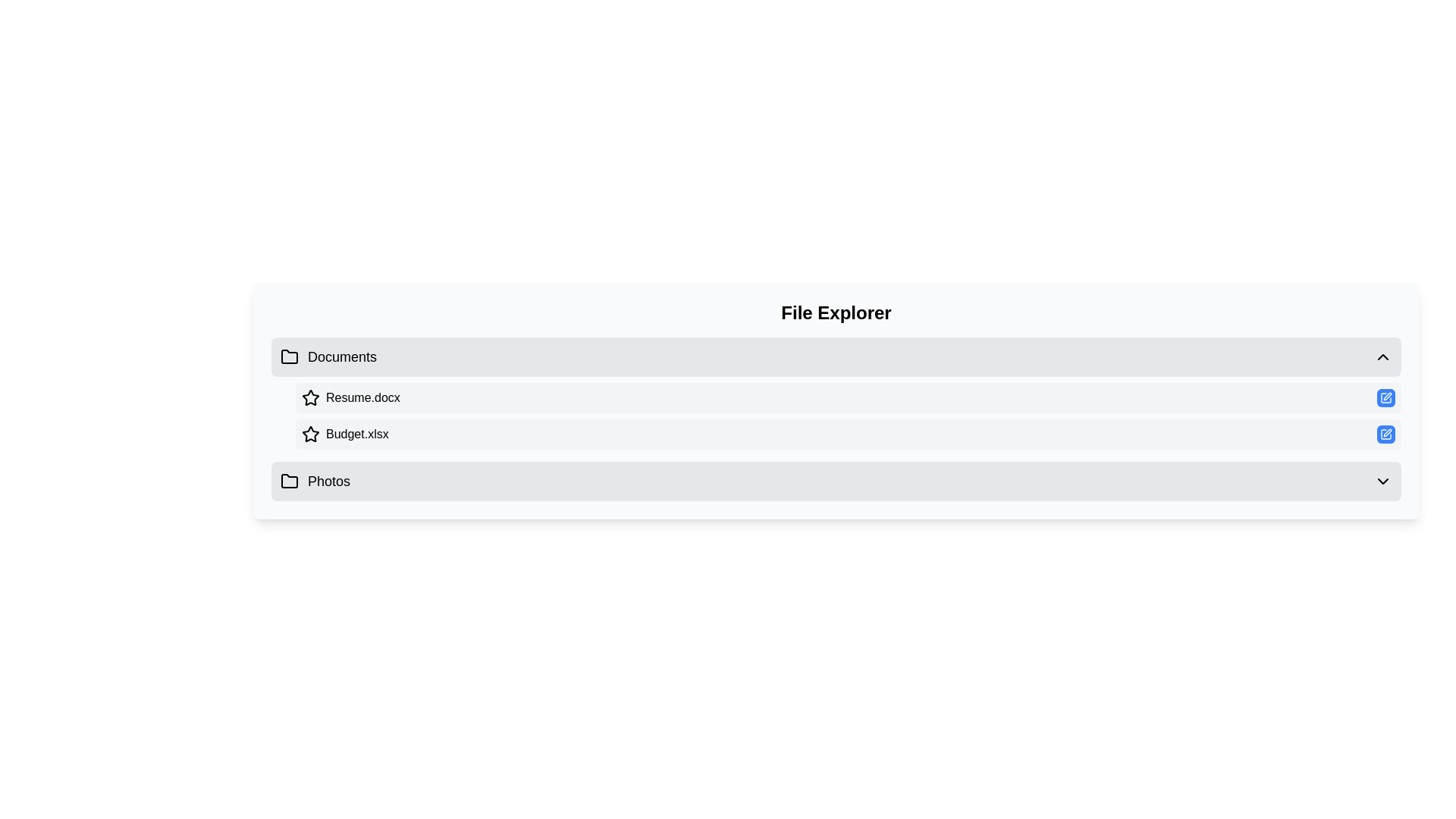 The height and width of the screenshot is (819, 1456). What do you see at coordinates (290, 356) in the screenshot?
I see `the 'Documents' folder icon, which is the first element in its row, located to the left of the label text 'Documents'` at bounding box center [290, 356].